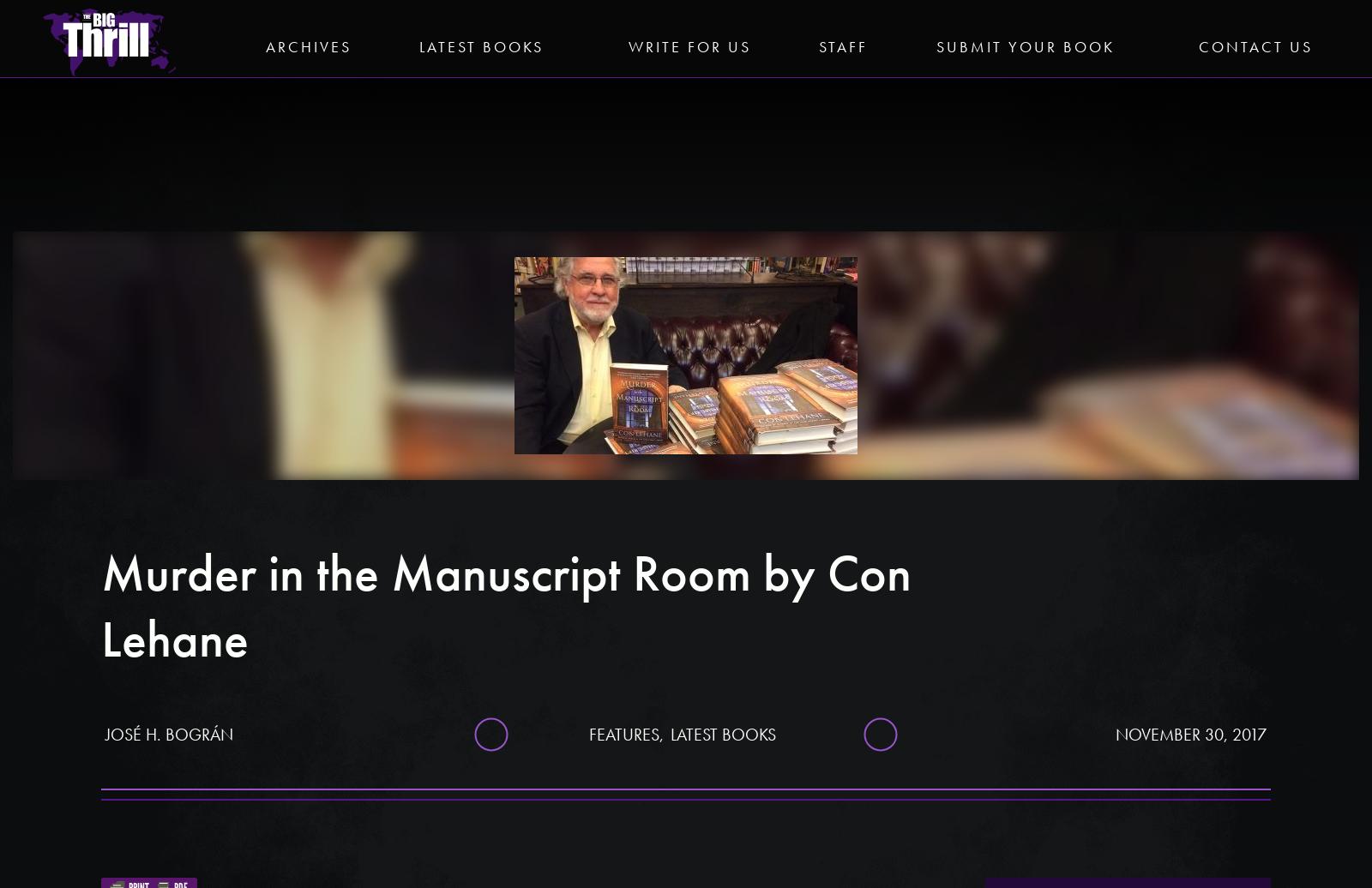  What do you see at coordinates (535, 264) in the screenshot?
I see `'Facebook'` at bounding box center [535, 264].